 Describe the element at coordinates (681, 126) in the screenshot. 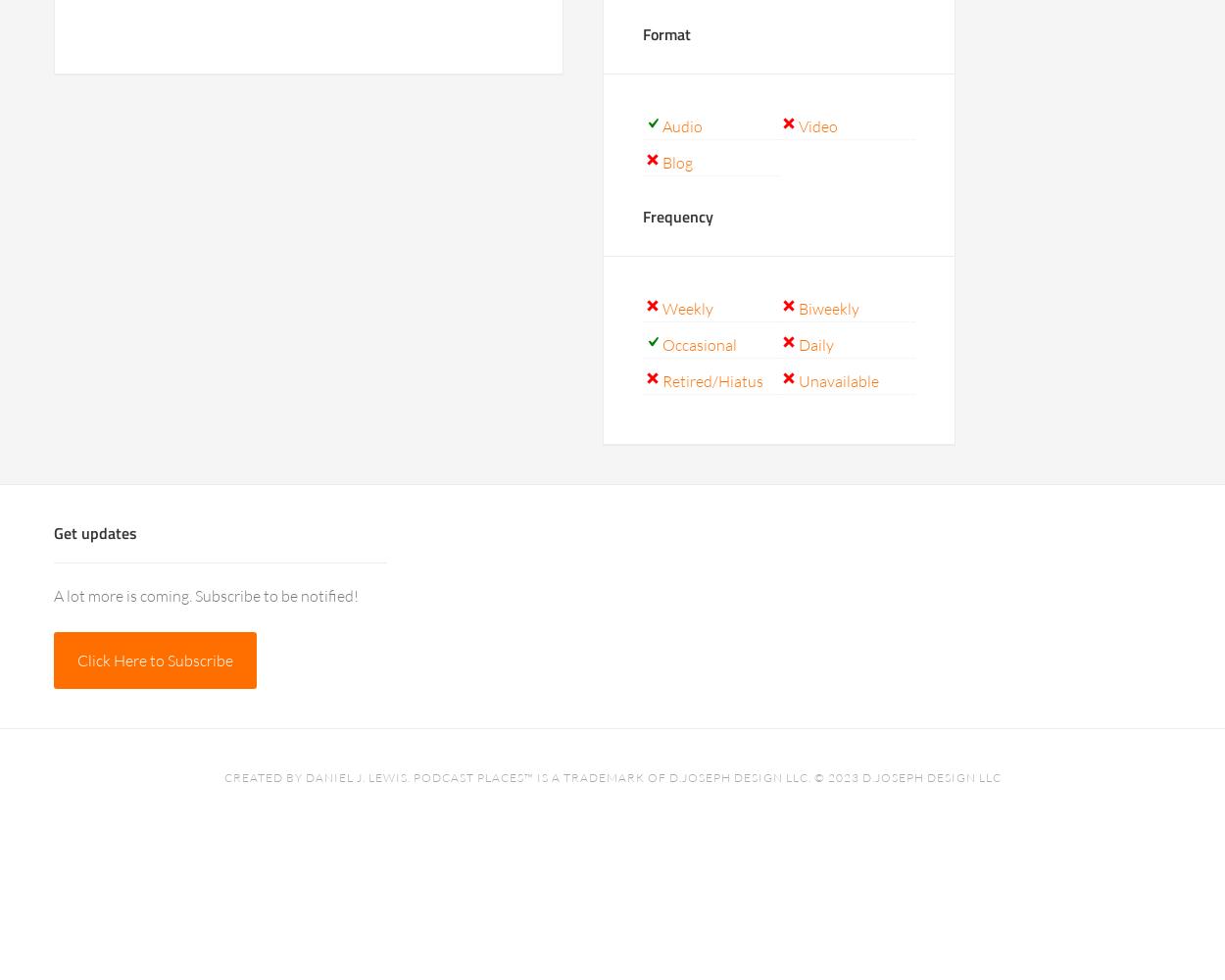

I see `'Audio'` at that location.